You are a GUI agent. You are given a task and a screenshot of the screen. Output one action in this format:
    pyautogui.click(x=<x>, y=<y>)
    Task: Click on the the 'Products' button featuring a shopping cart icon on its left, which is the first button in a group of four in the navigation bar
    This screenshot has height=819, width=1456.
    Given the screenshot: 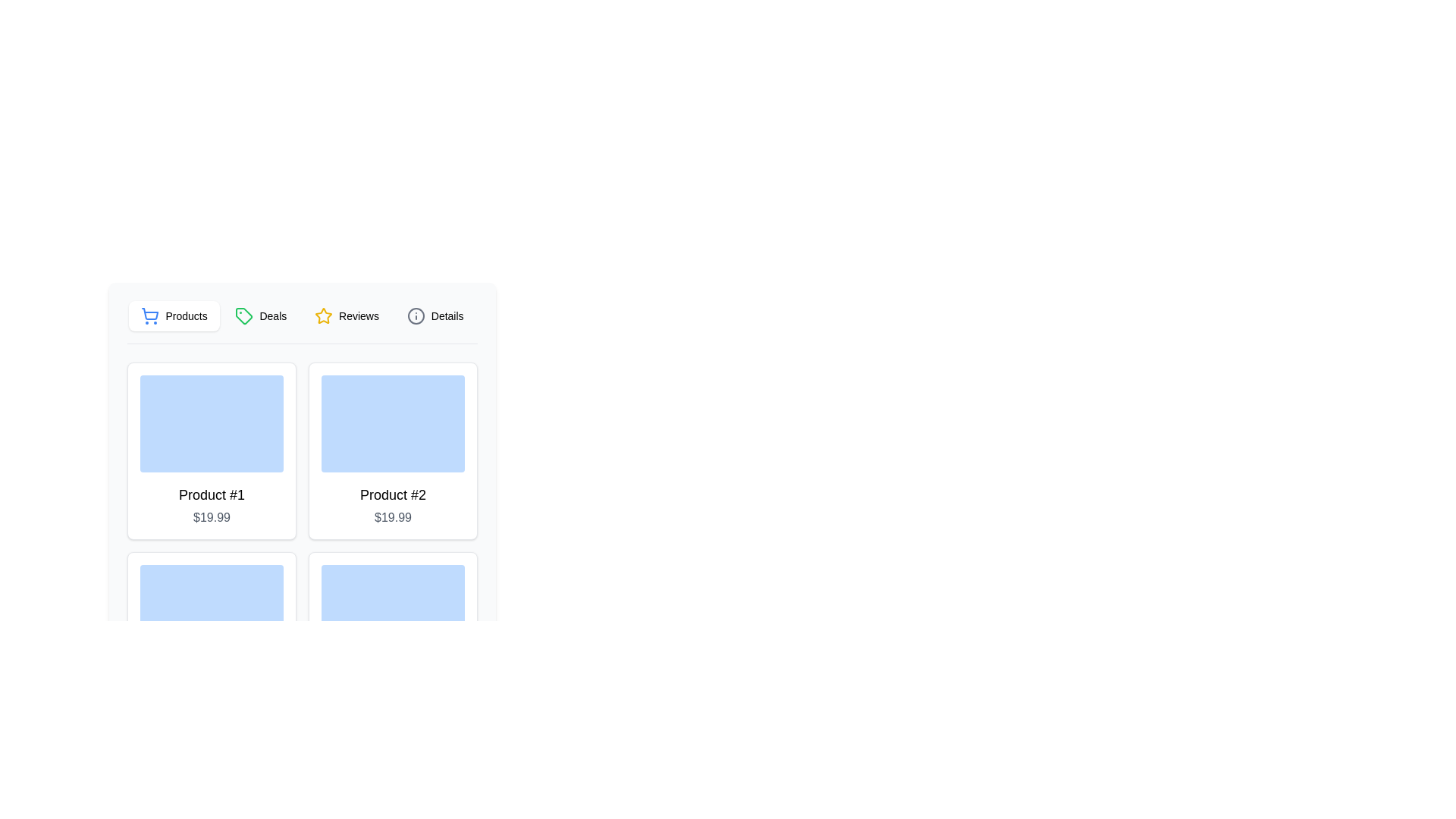 What is the action you would take?
    pyautogui.click(x=174, y=315)
    